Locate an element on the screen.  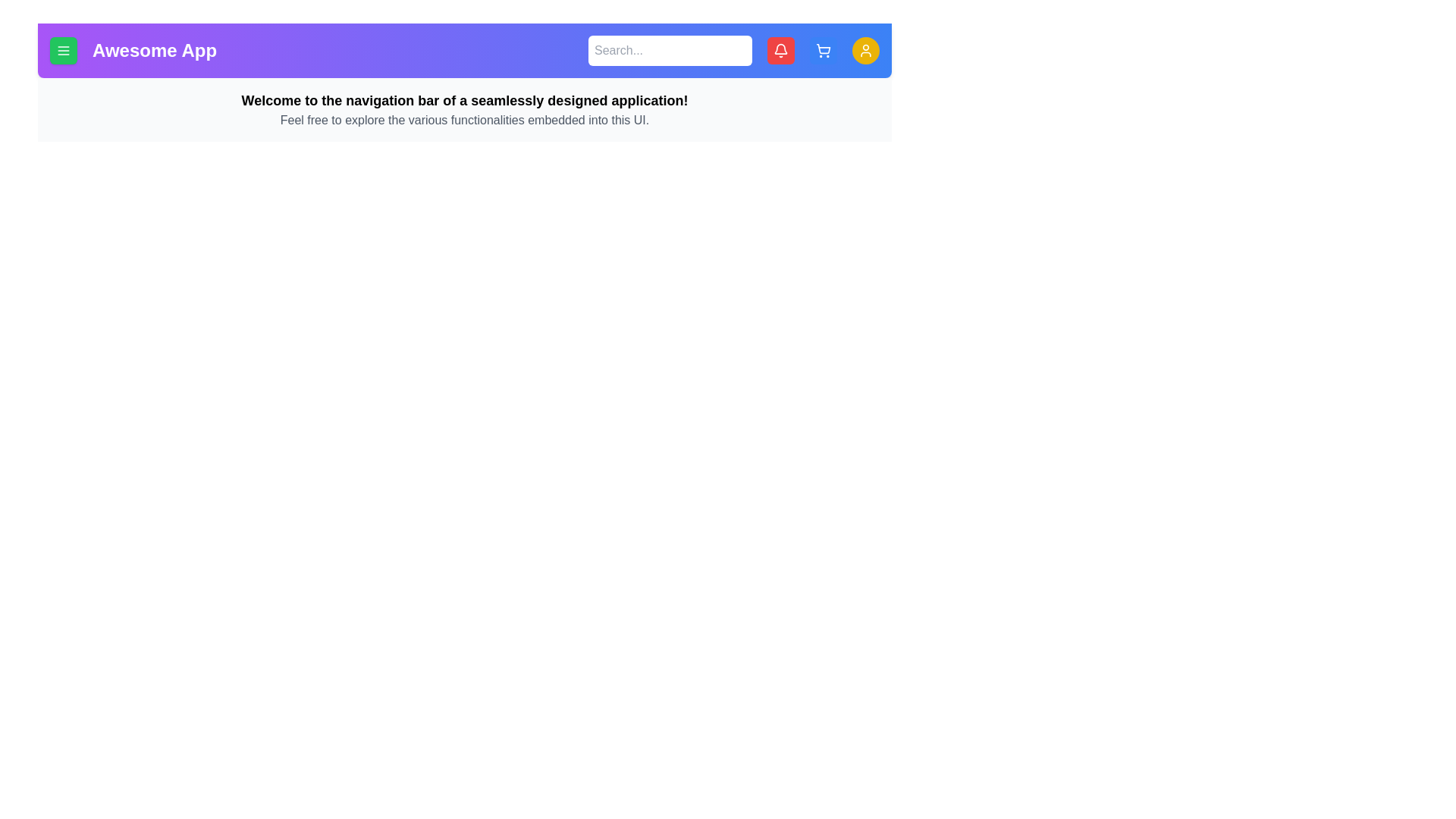
the menu button to open the navigation menu is located at coordinates (62, 49).